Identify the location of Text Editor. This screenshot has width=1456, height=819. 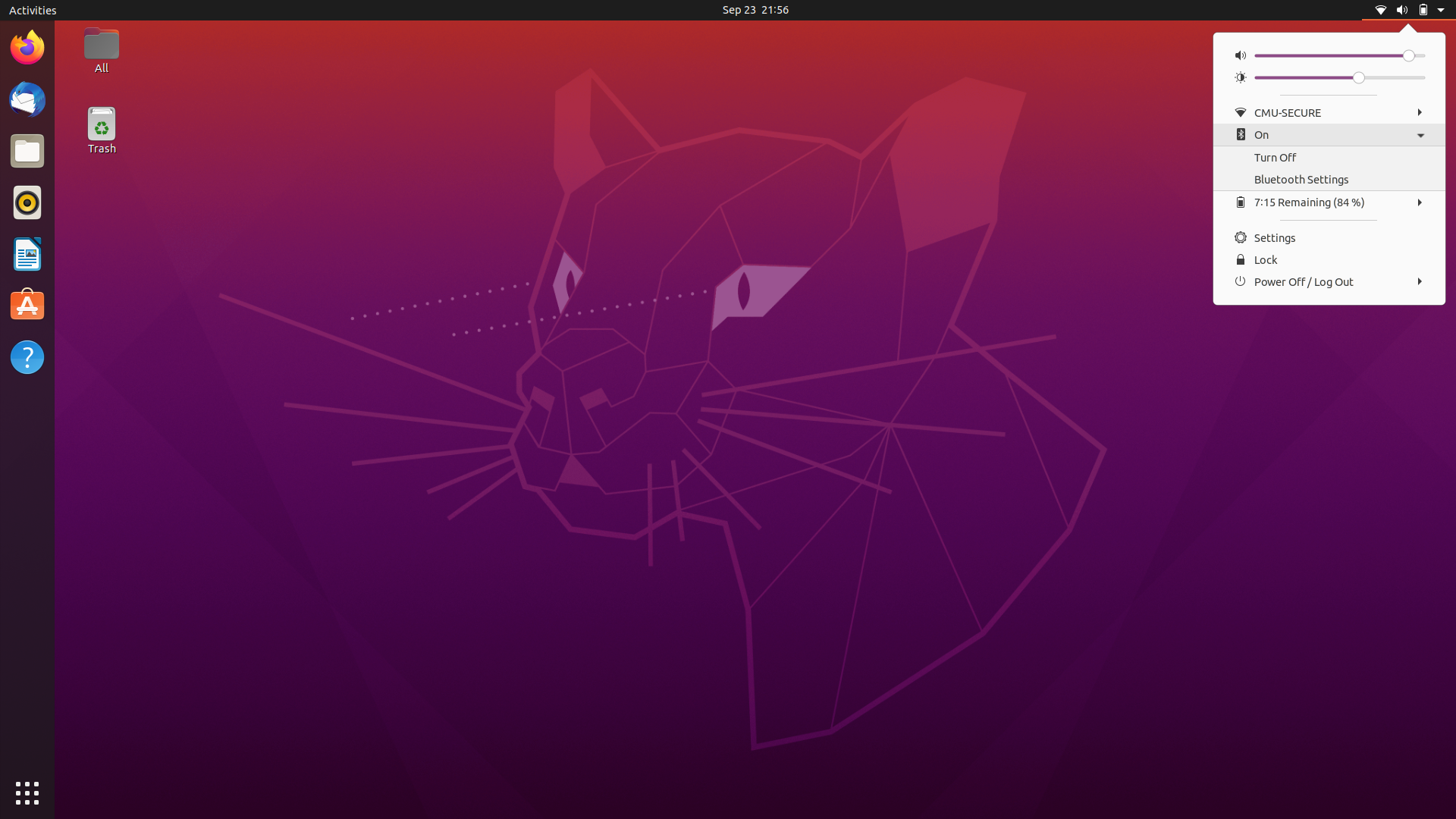
(27, 306).